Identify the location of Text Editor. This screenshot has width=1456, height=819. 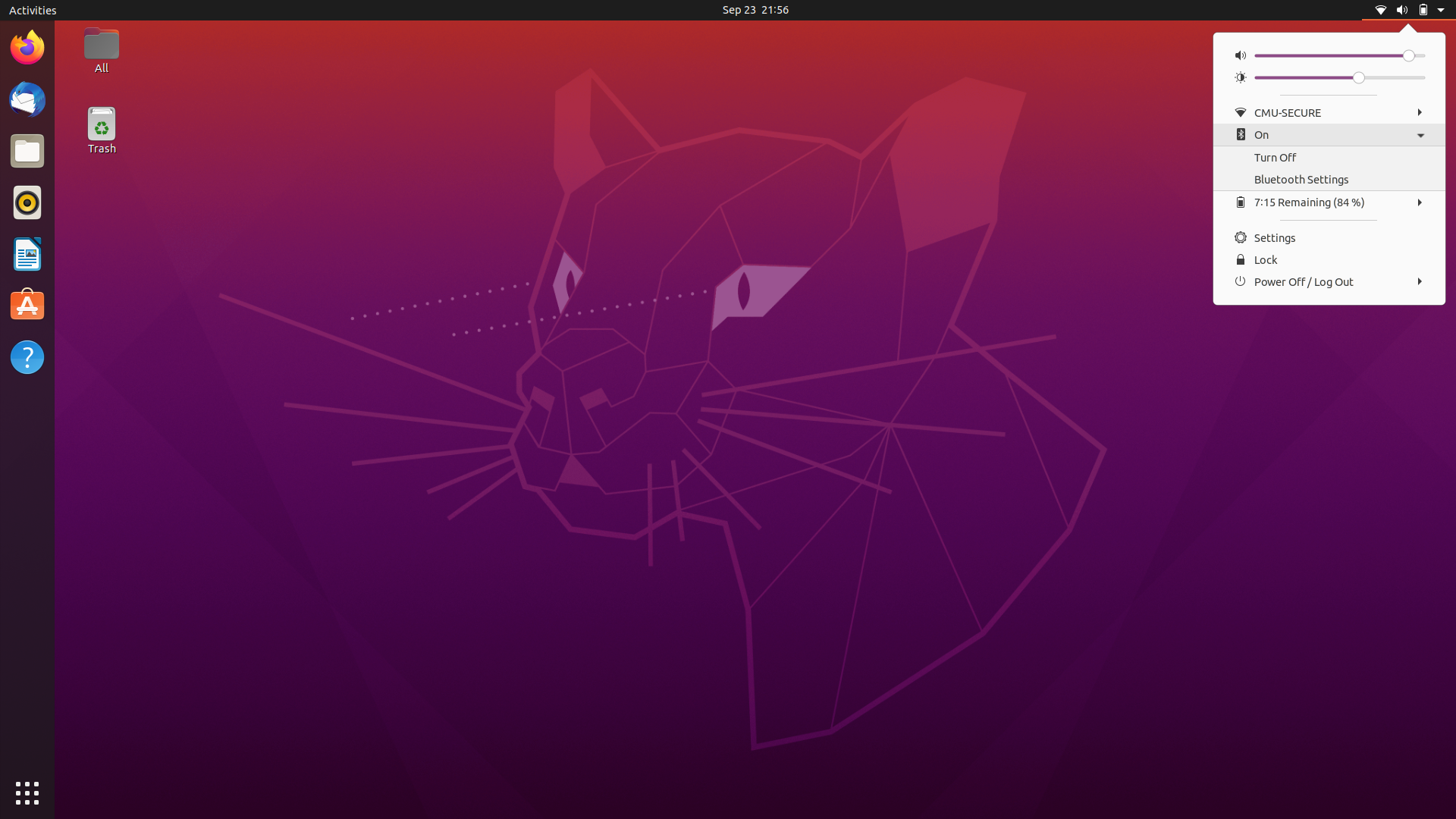
(27, 306).